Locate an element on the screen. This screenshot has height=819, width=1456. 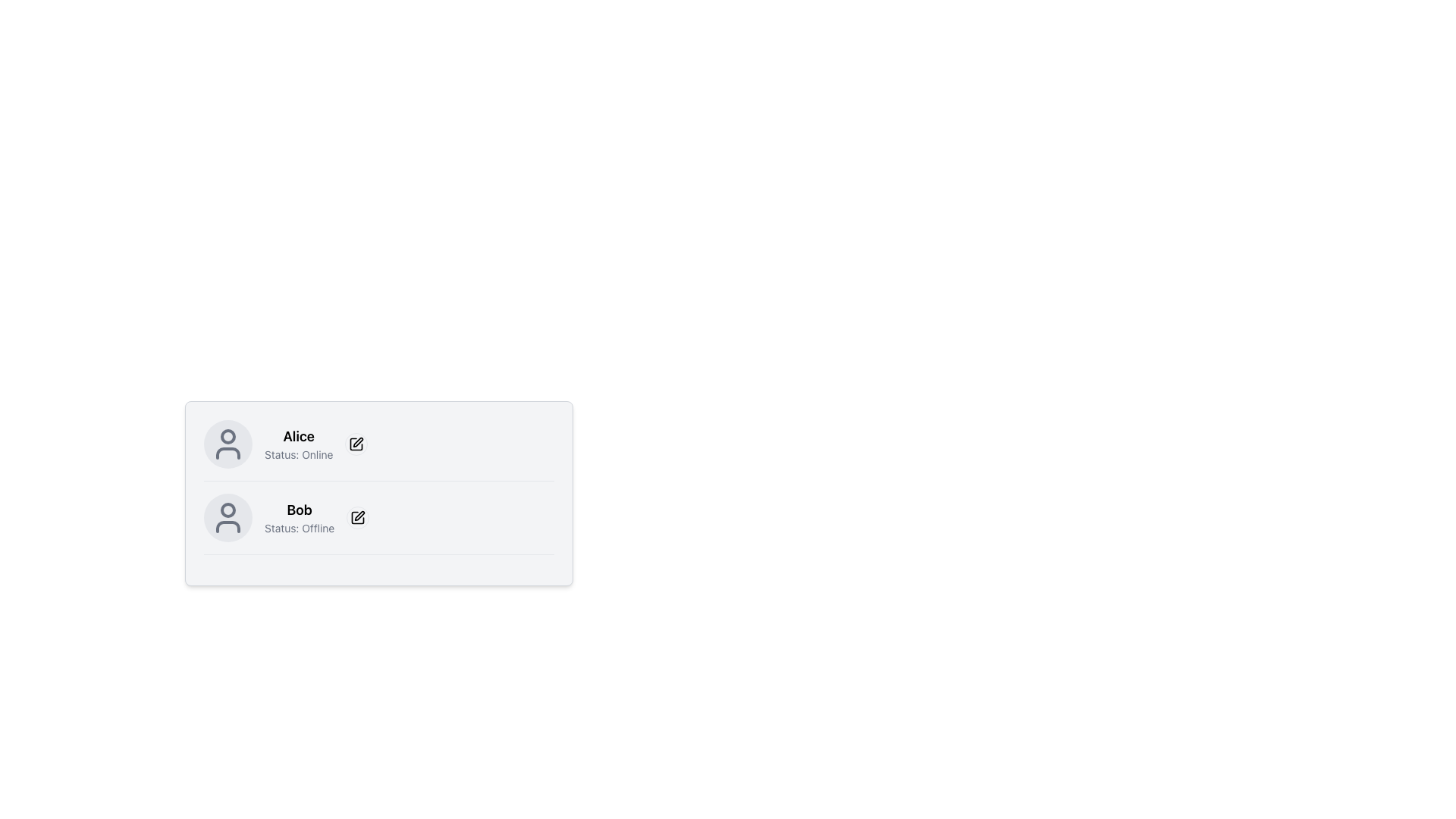
circular user avatar icon with a gray background and outline of a person, located to the left of the text 'Alice' is located at coordinates (227, 444).